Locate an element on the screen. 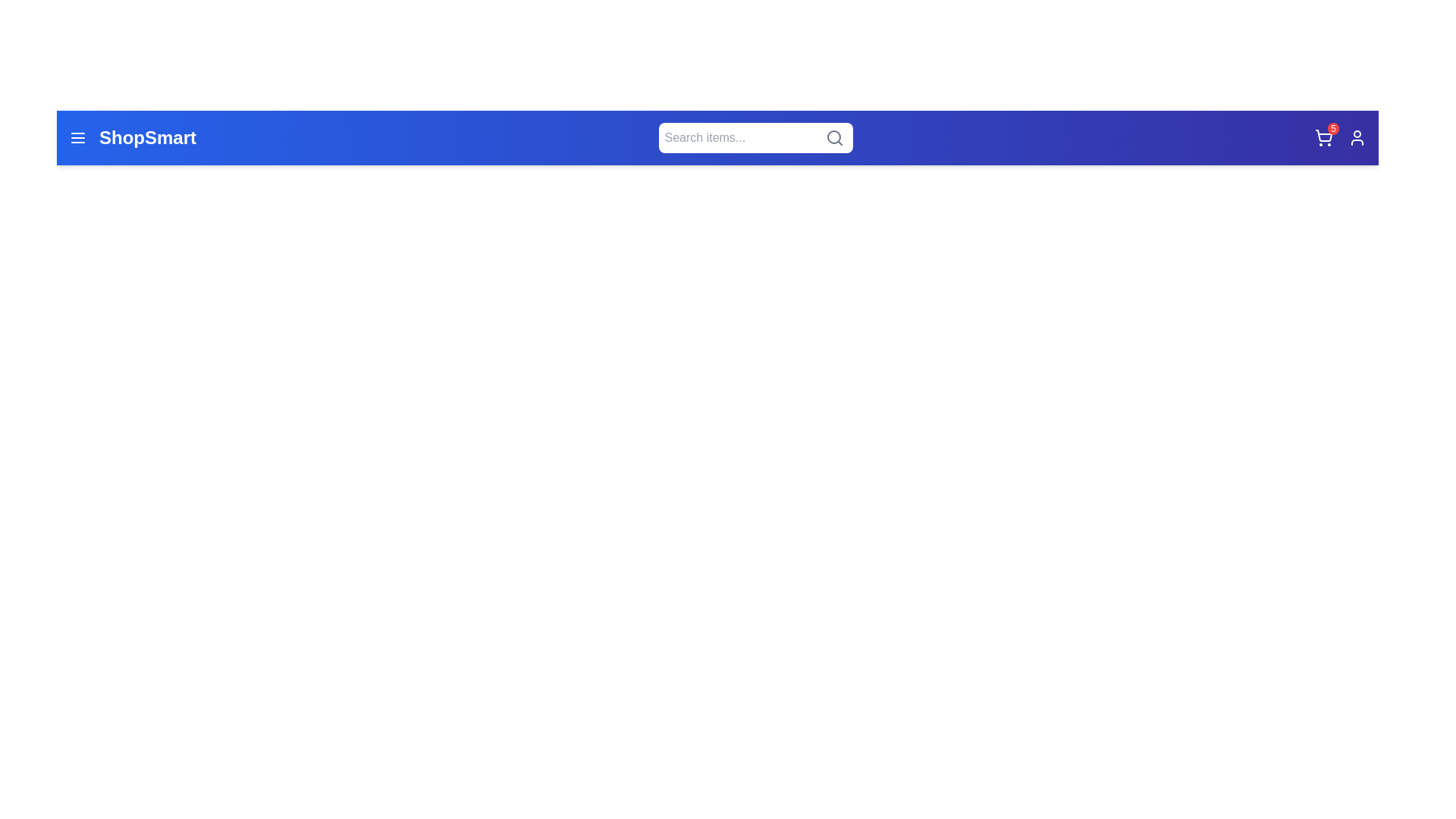 This screenshot has height=819, width=1456. the shopping cart badge to view cart details is located at coordinates (1332, 127).